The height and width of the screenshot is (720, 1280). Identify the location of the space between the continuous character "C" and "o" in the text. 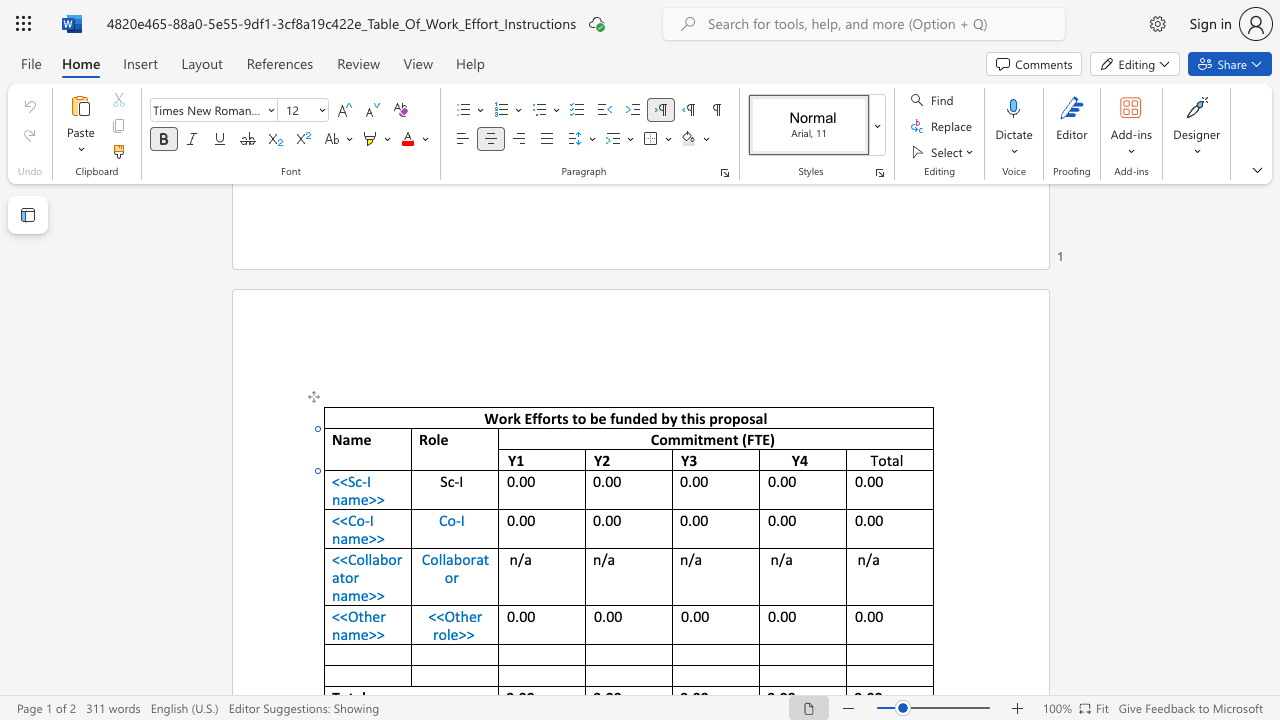
(659, 438).